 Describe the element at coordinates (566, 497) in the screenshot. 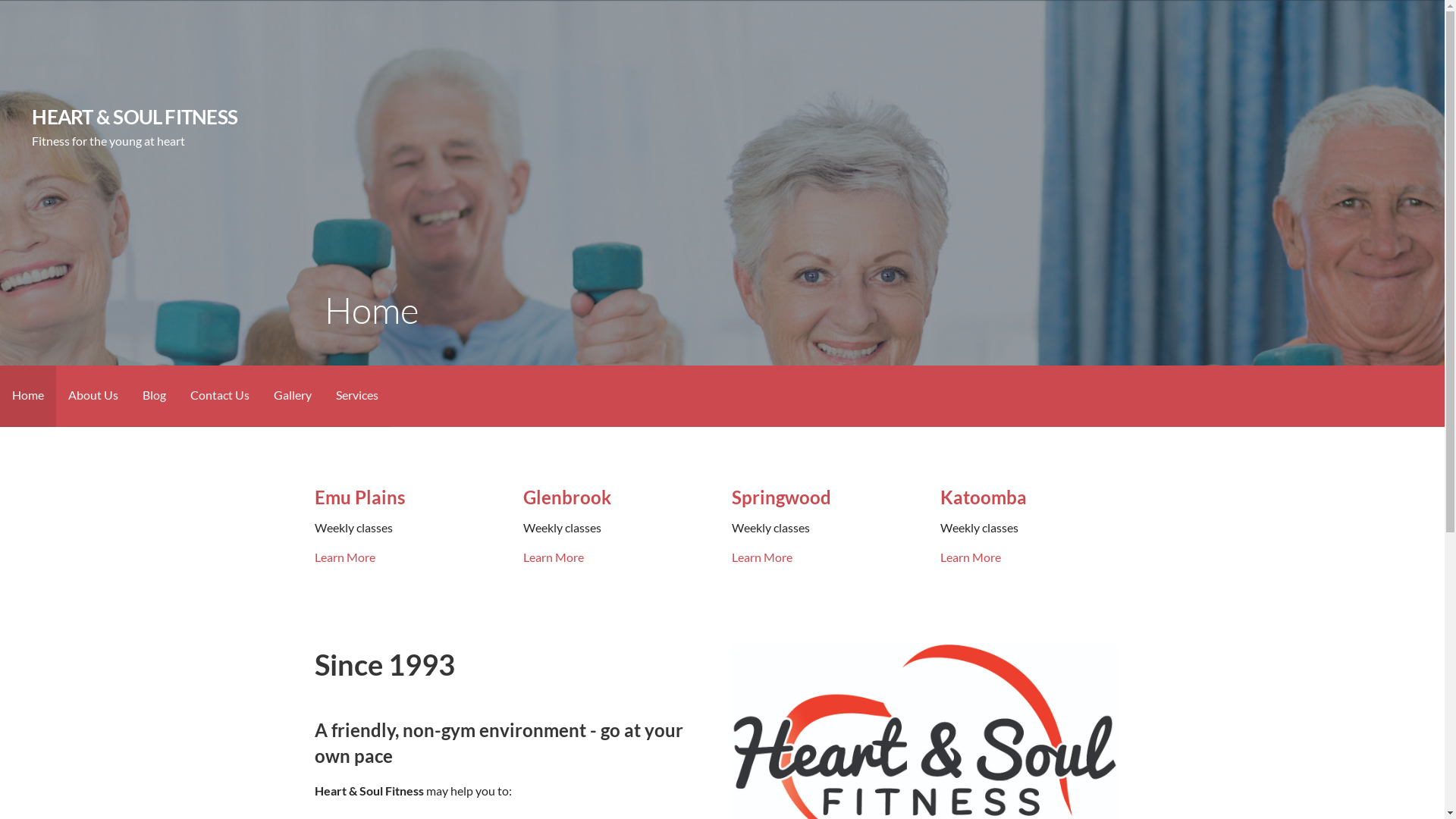

I see `'Glenbrook'` at that location.